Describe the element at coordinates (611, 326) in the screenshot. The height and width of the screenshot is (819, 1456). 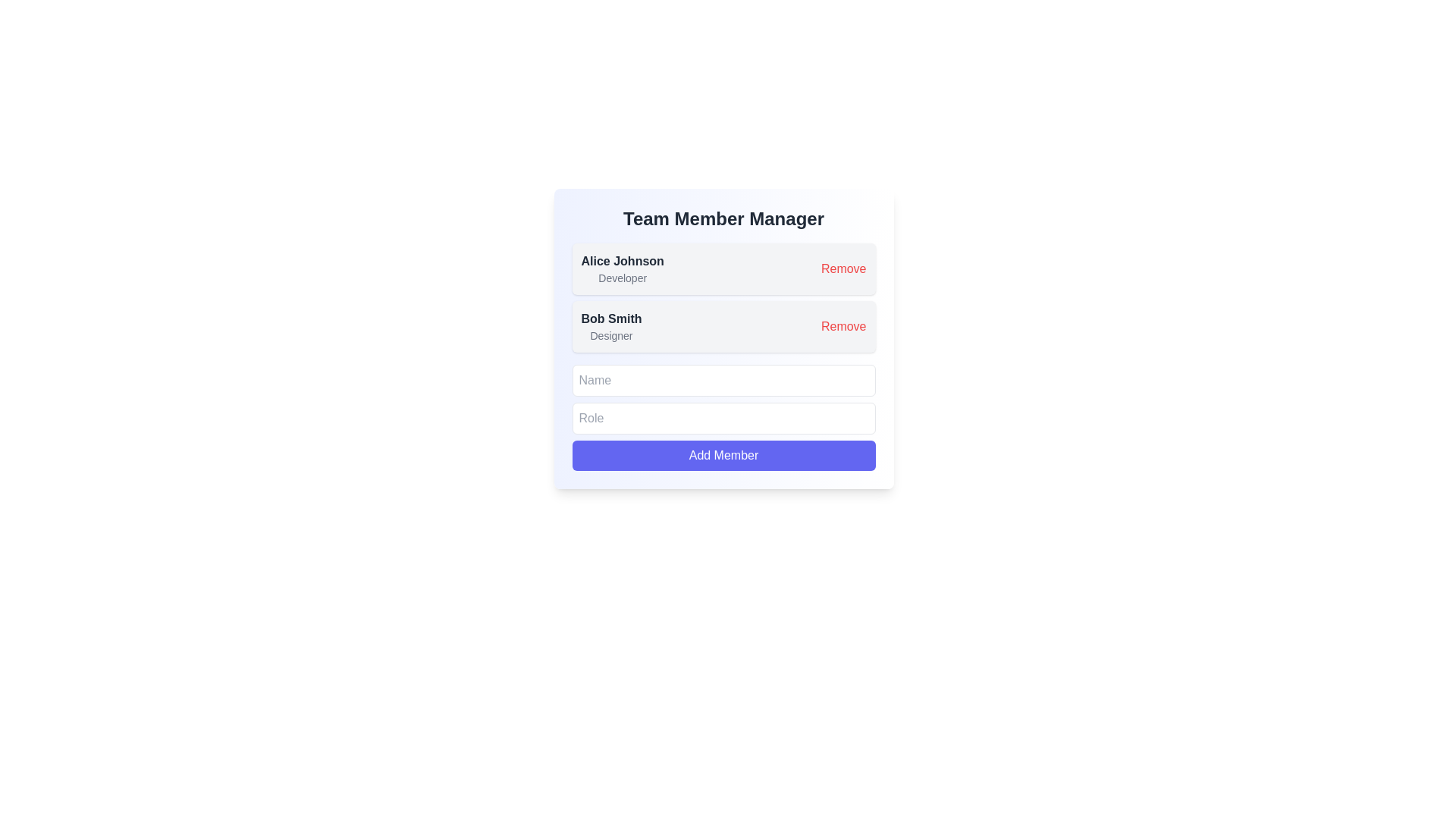
I see `displayed information of the second text block in the team management interface, which shows 'Bob Smith, Designer'` at that location.